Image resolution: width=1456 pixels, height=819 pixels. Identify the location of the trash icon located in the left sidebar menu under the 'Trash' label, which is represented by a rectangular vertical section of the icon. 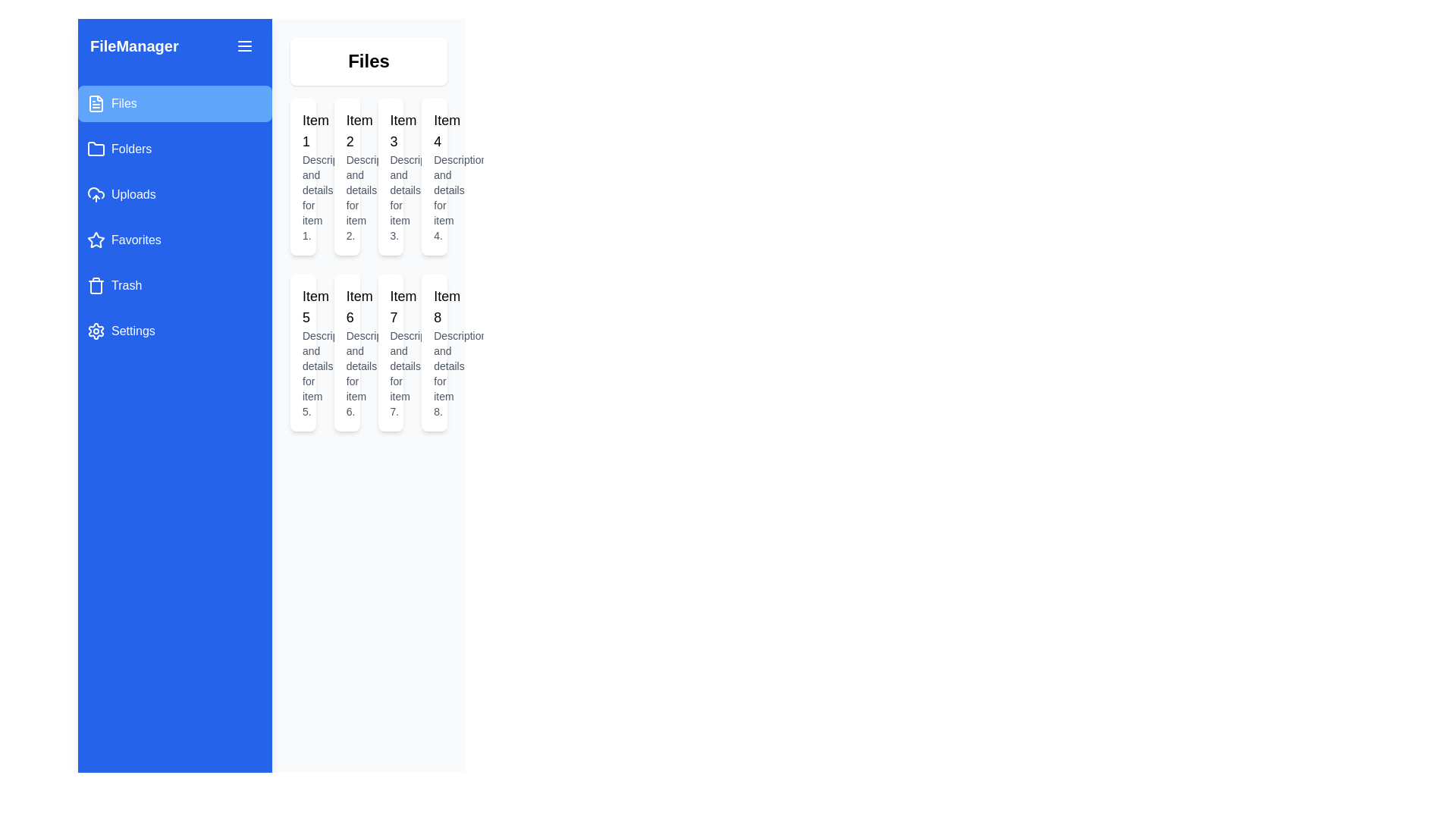
(95, 287).